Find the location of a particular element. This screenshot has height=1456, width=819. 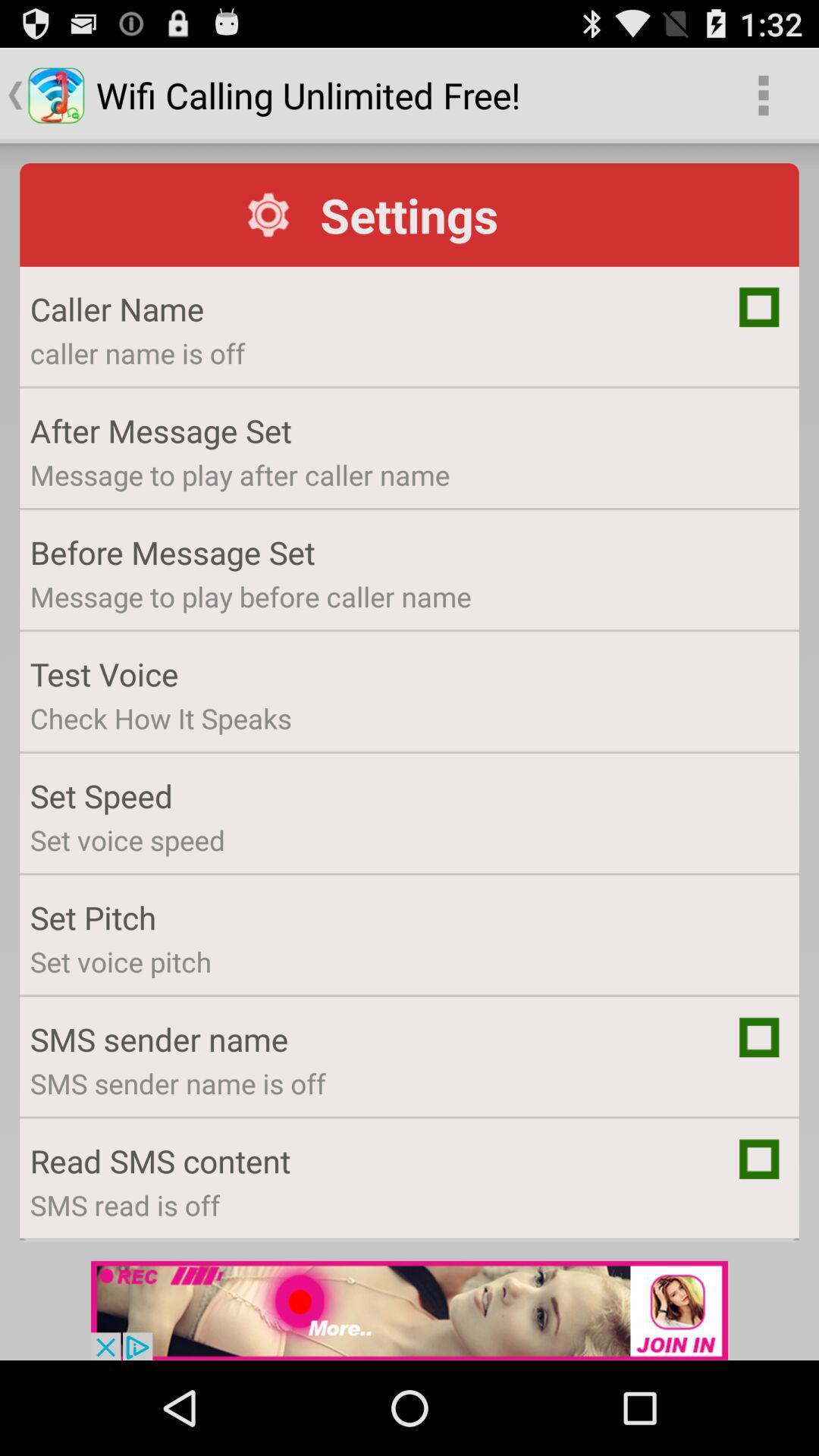

content is located at coordinates (759, 1158).